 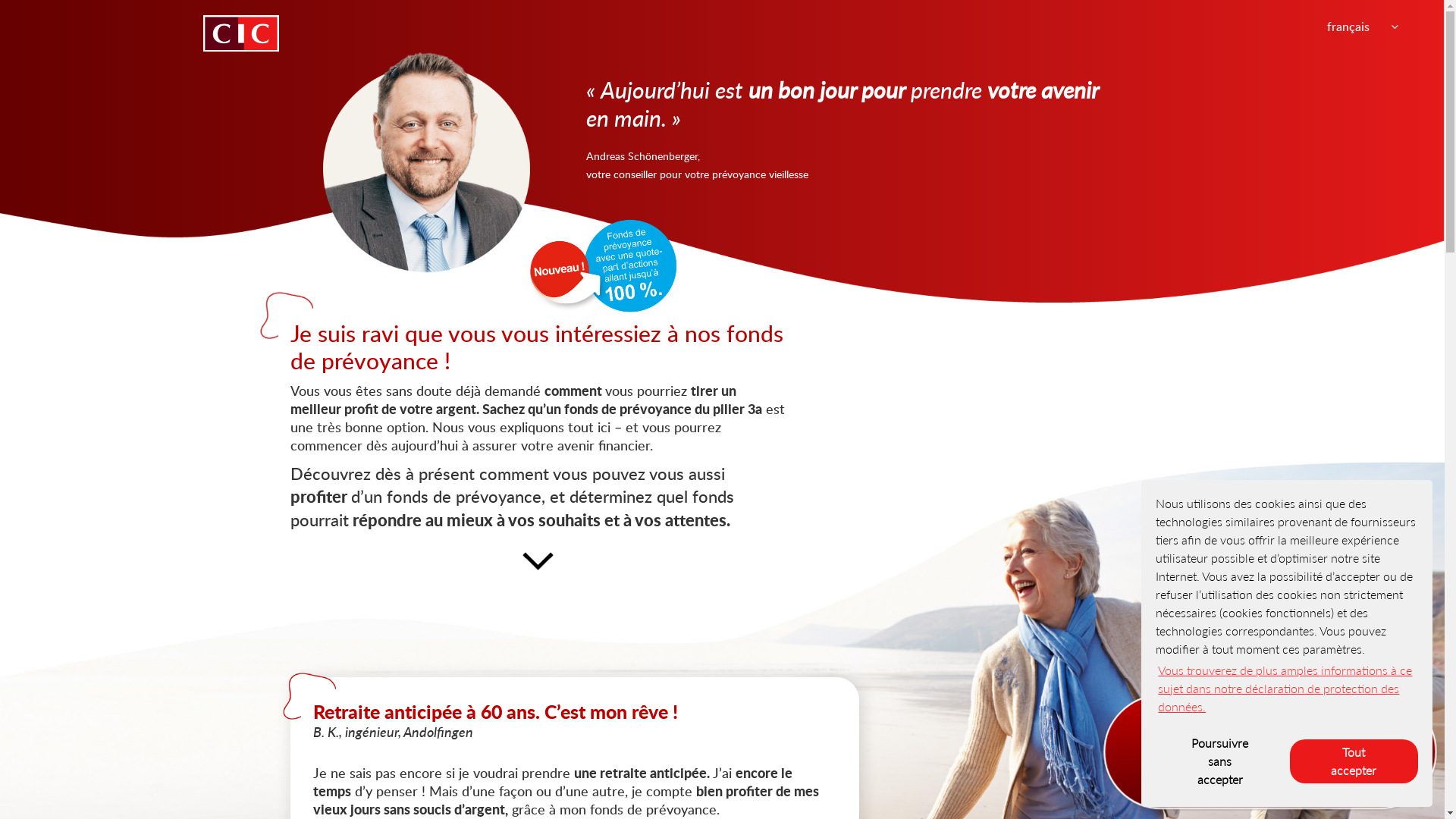 I want to click on 'Tout accepter', so click(x=1354, y=761).